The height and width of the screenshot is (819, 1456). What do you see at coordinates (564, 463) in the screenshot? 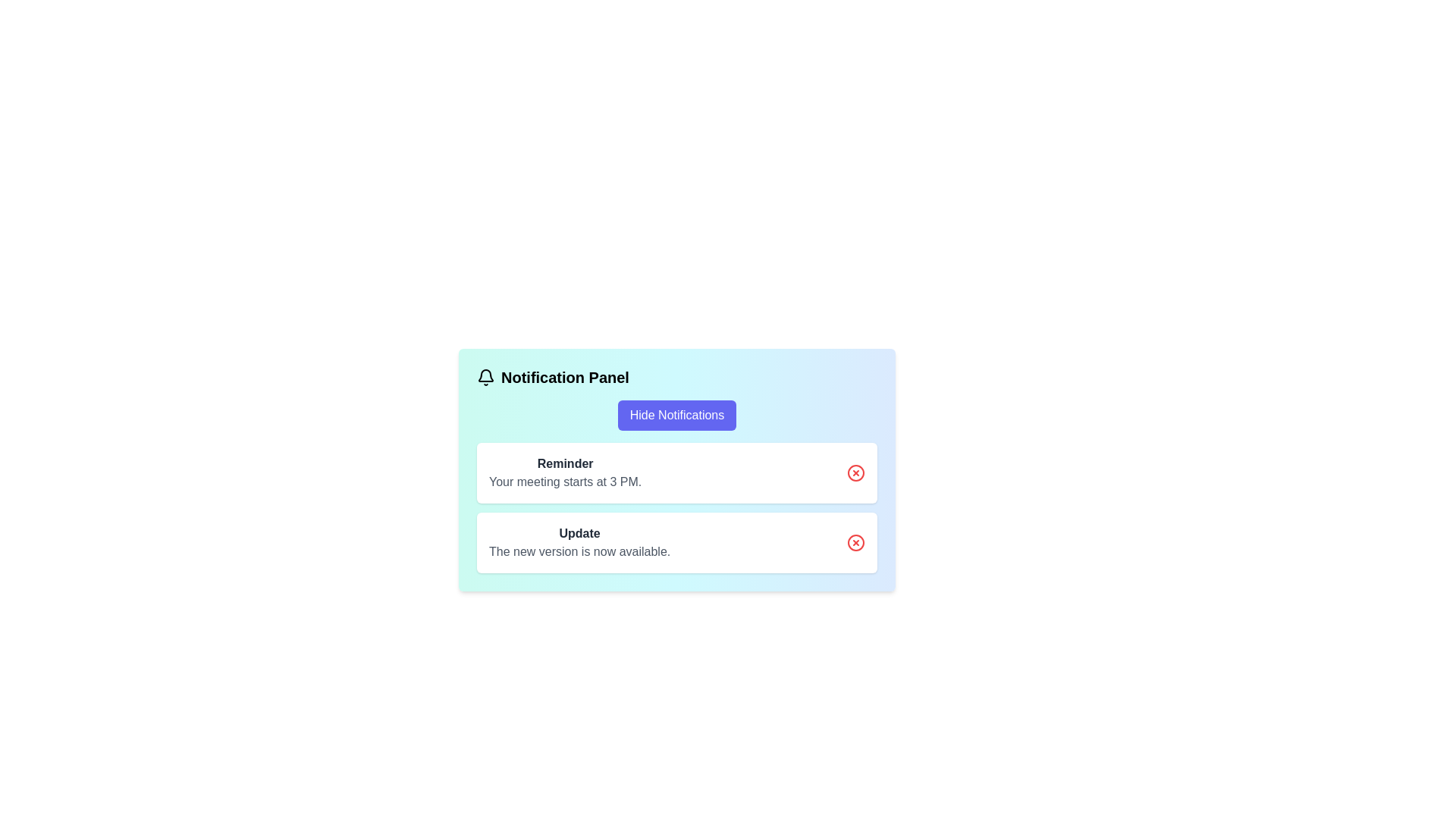
I see `the Text Label that serves as the title or heading for the notification card, located above the message 'Your meeting starts at 3 PM.'` at bounding box center [564, 463].